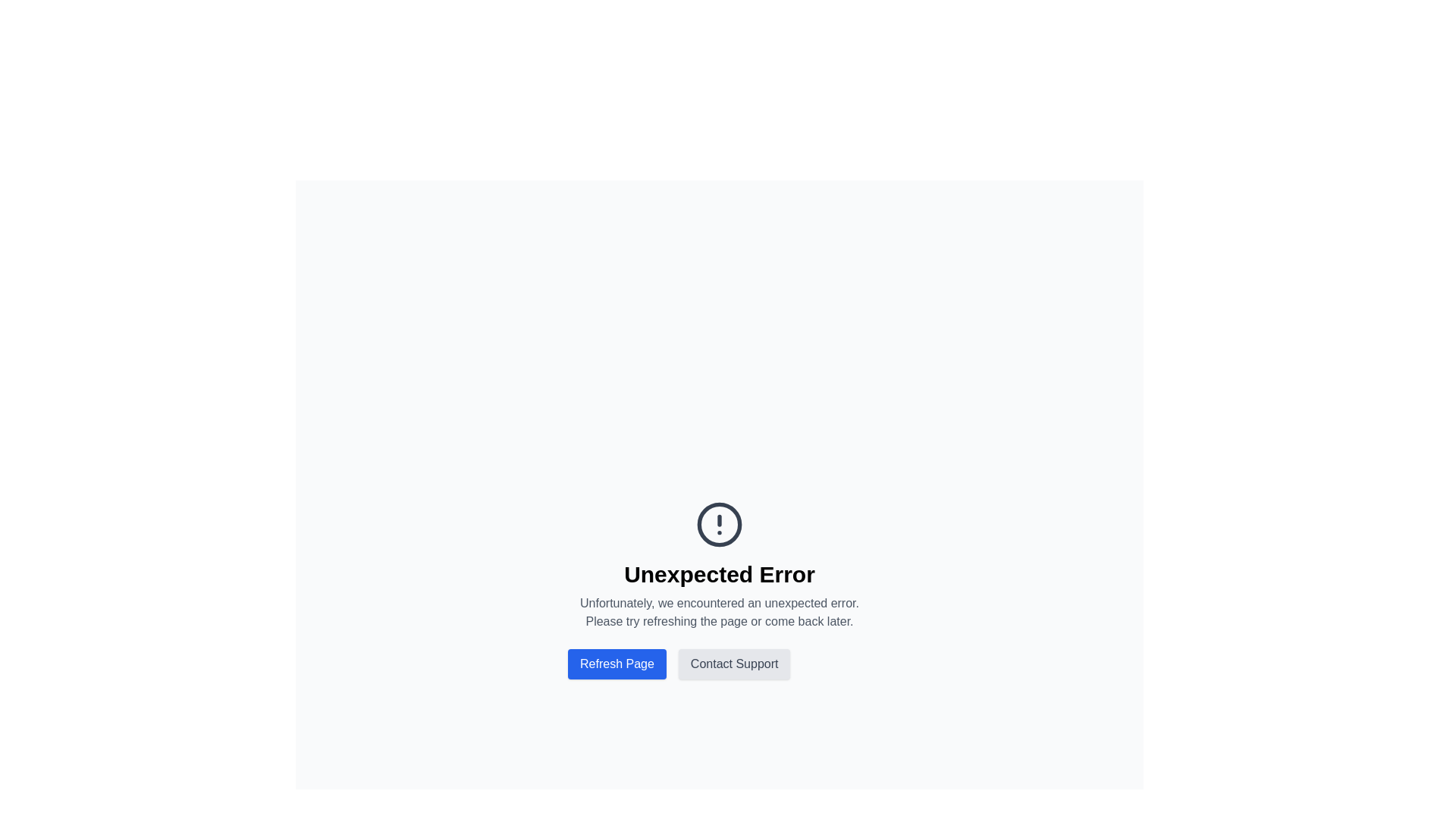 This screenshot has width=1456, height=819. I want to click on the support contact button, which is located to the right of the 'Refresh Page' button, so click(734, 663).